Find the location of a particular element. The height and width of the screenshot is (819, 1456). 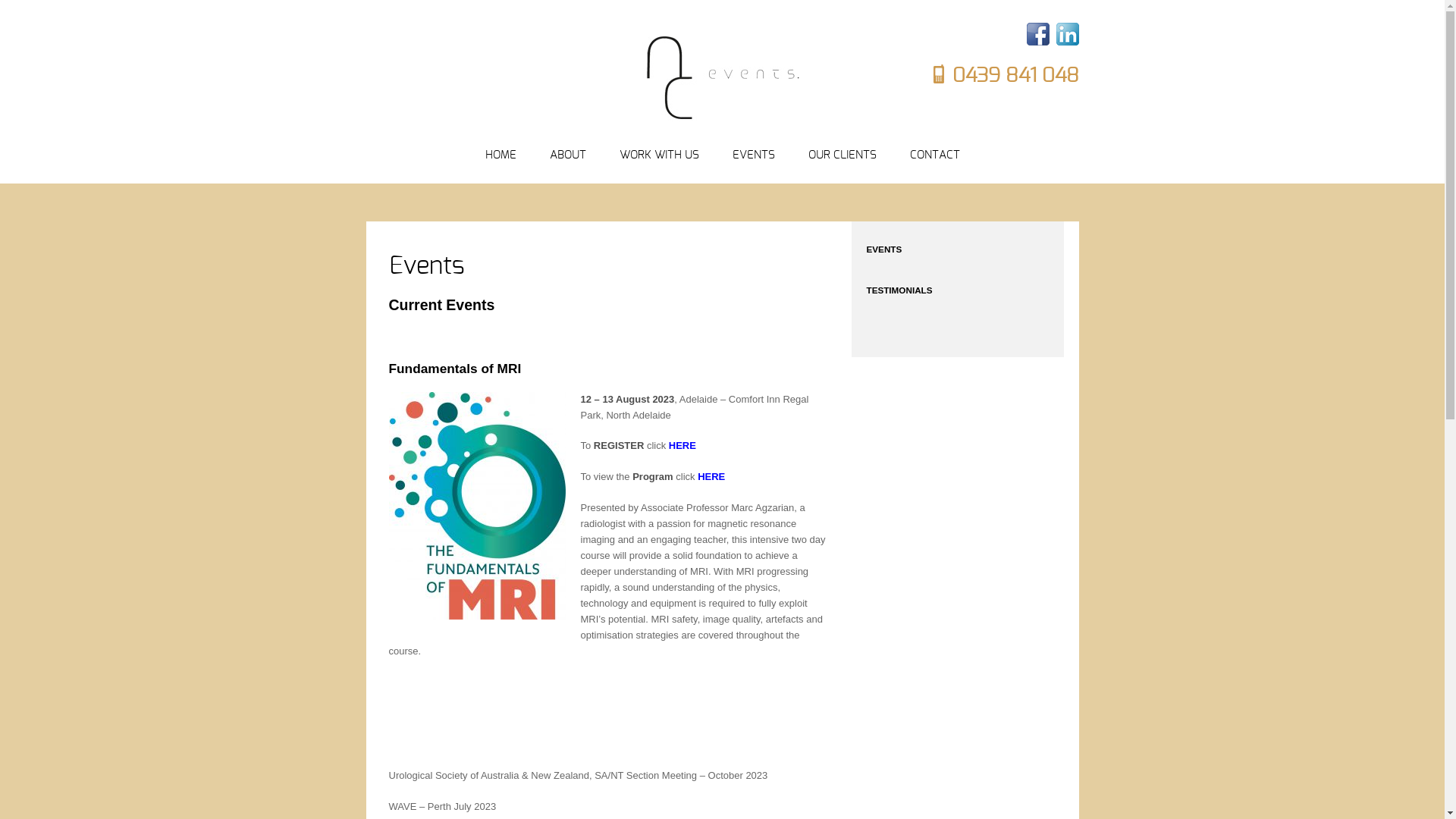

'EVENTS' is located at coordinates (753, 155).